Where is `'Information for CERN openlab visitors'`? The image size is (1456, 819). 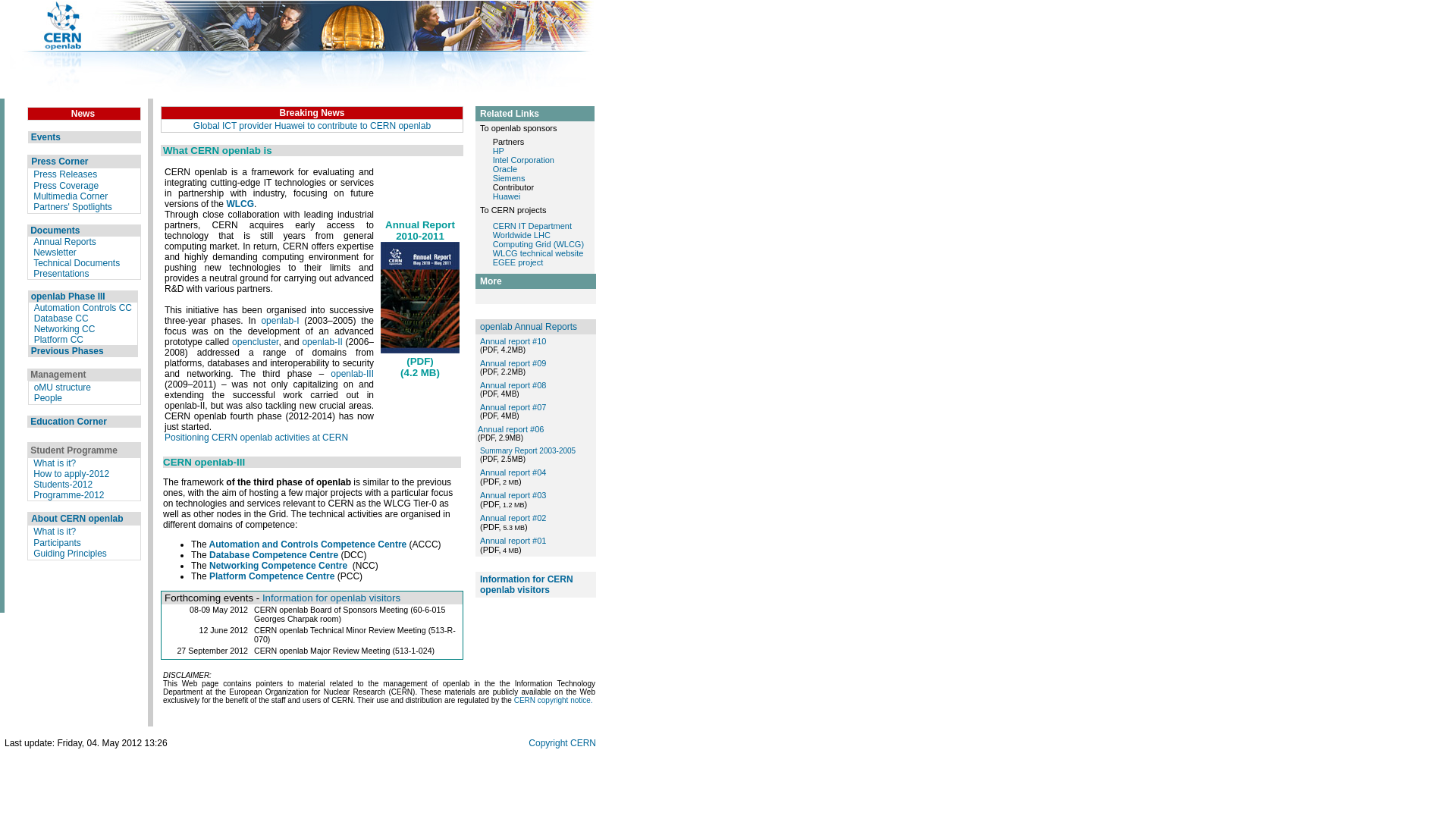
'Information for CERN openlab visitors' is located at coordinates (526, 584).